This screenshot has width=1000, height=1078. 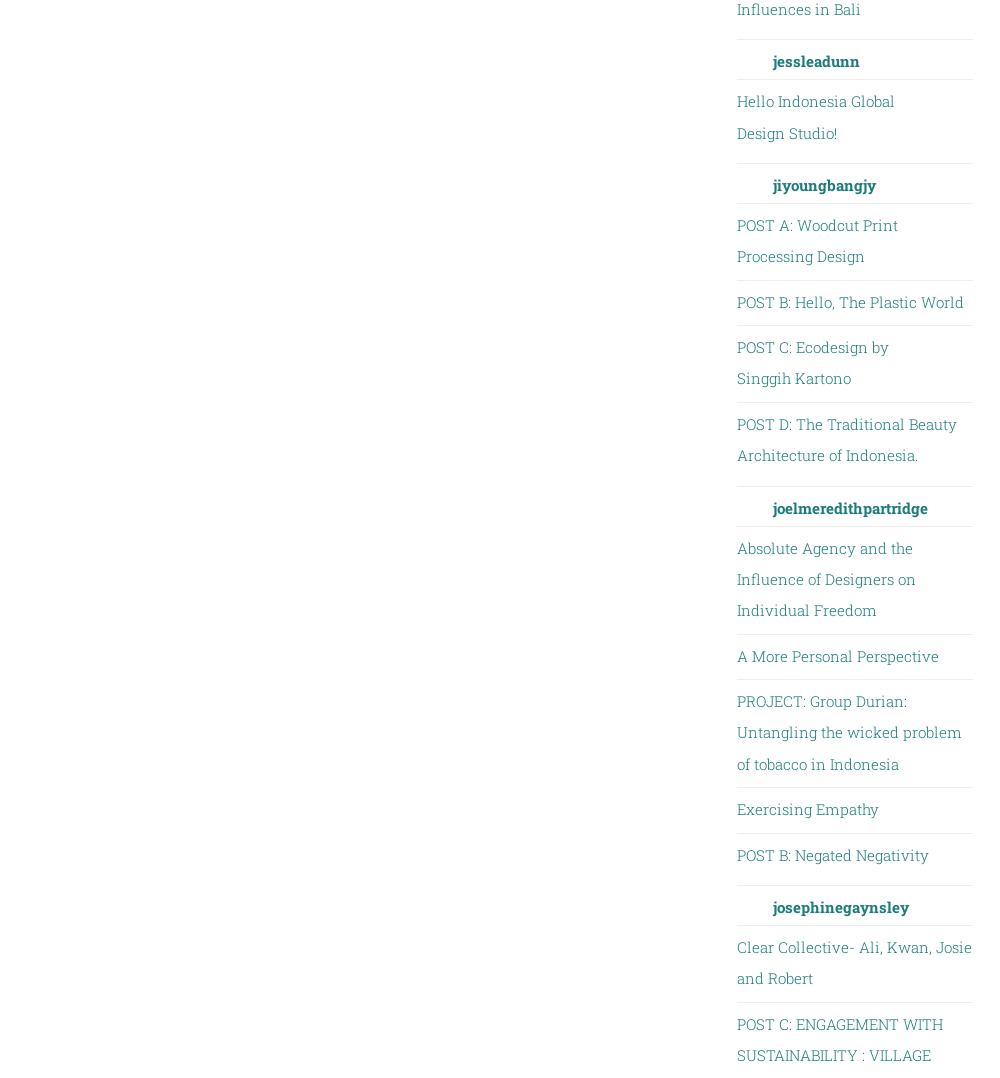 What do you see at coordinates (831, 852) in the screenshot?
I see `'POST B: Negated Negativity'` at bounding box center [831, 852].